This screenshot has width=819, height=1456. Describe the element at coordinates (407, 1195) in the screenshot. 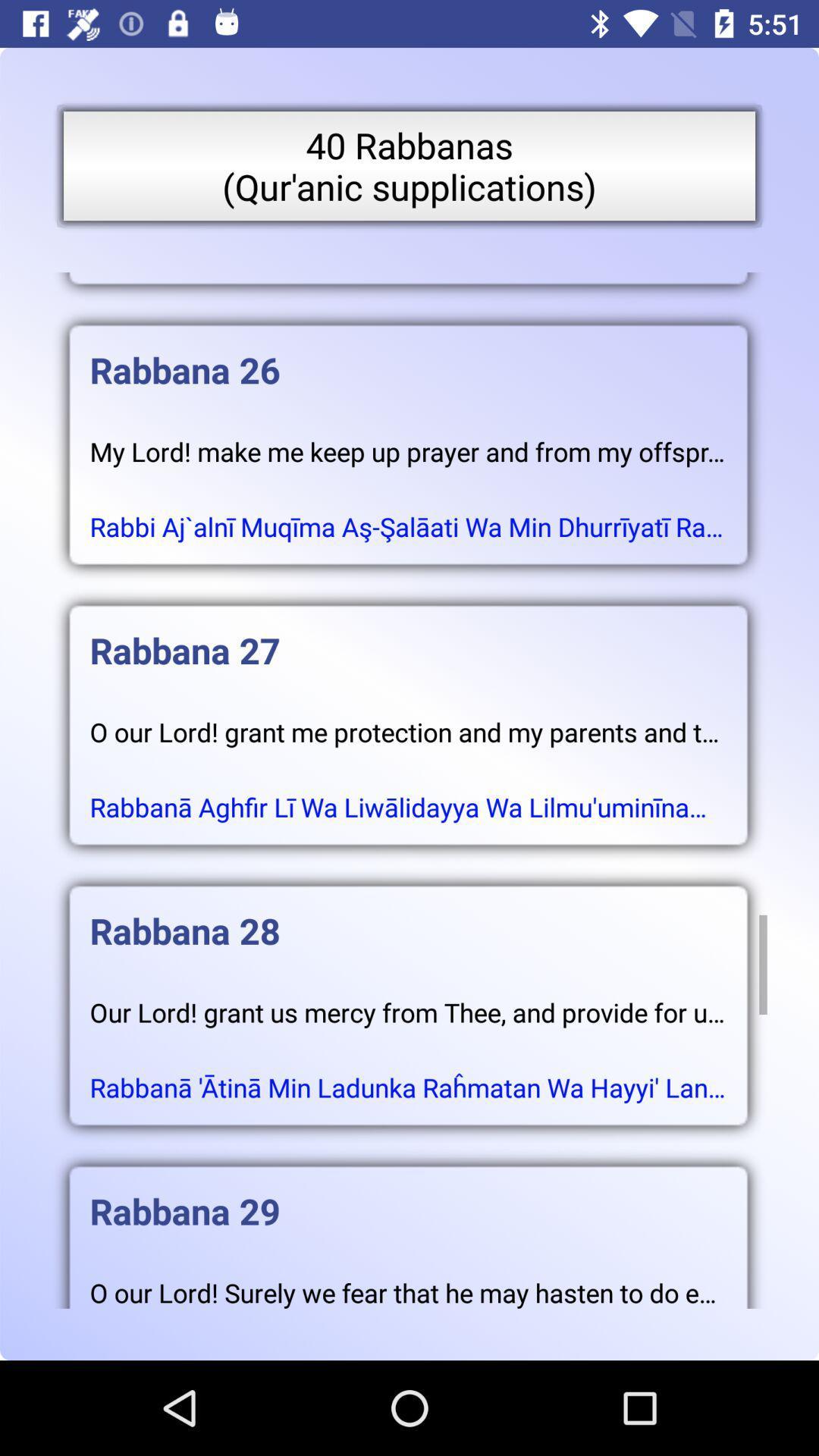

I see `the rabbana 29 item` at that location.